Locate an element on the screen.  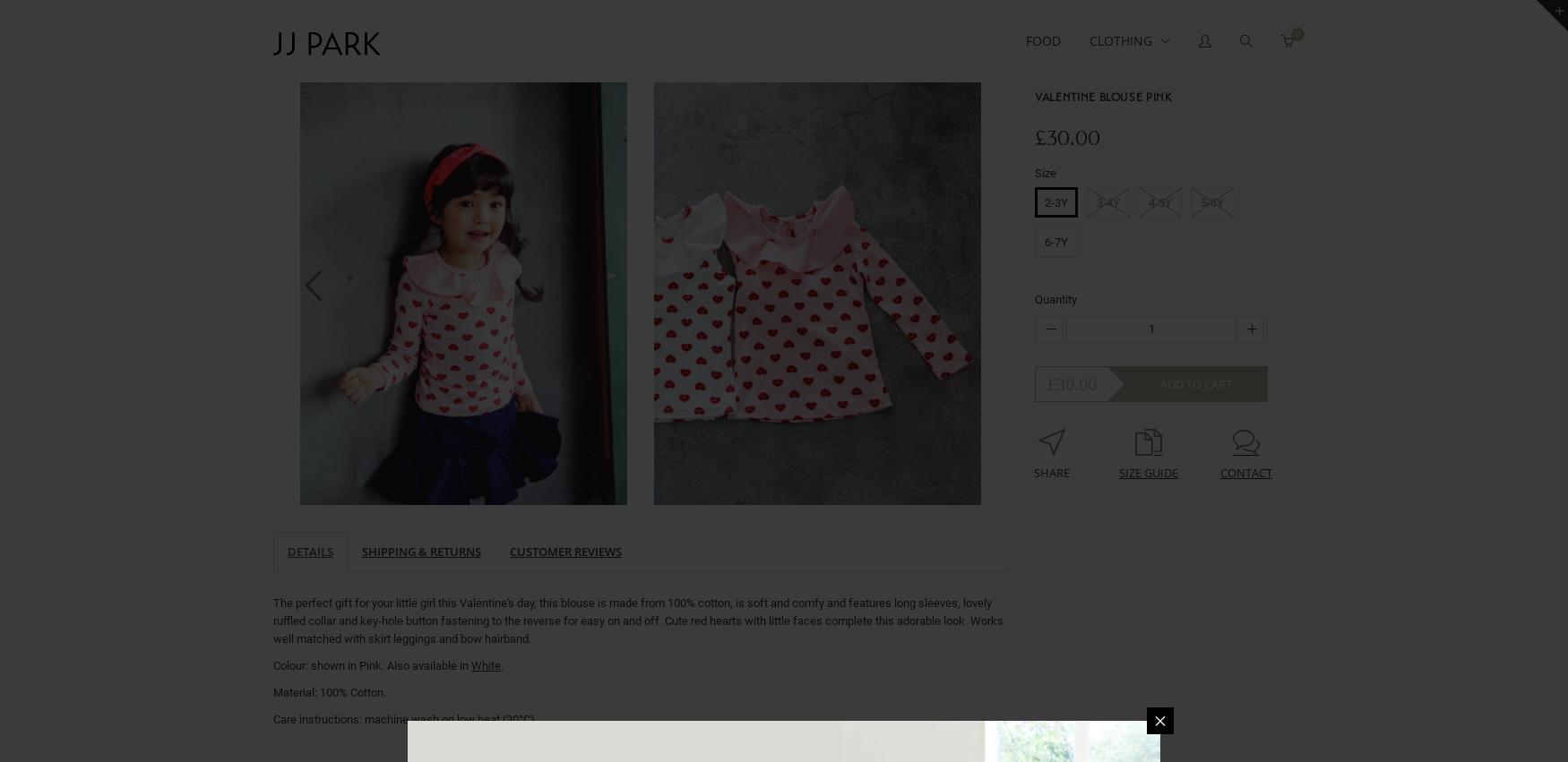
'Quantity' is located at coordinates (1034, 298).